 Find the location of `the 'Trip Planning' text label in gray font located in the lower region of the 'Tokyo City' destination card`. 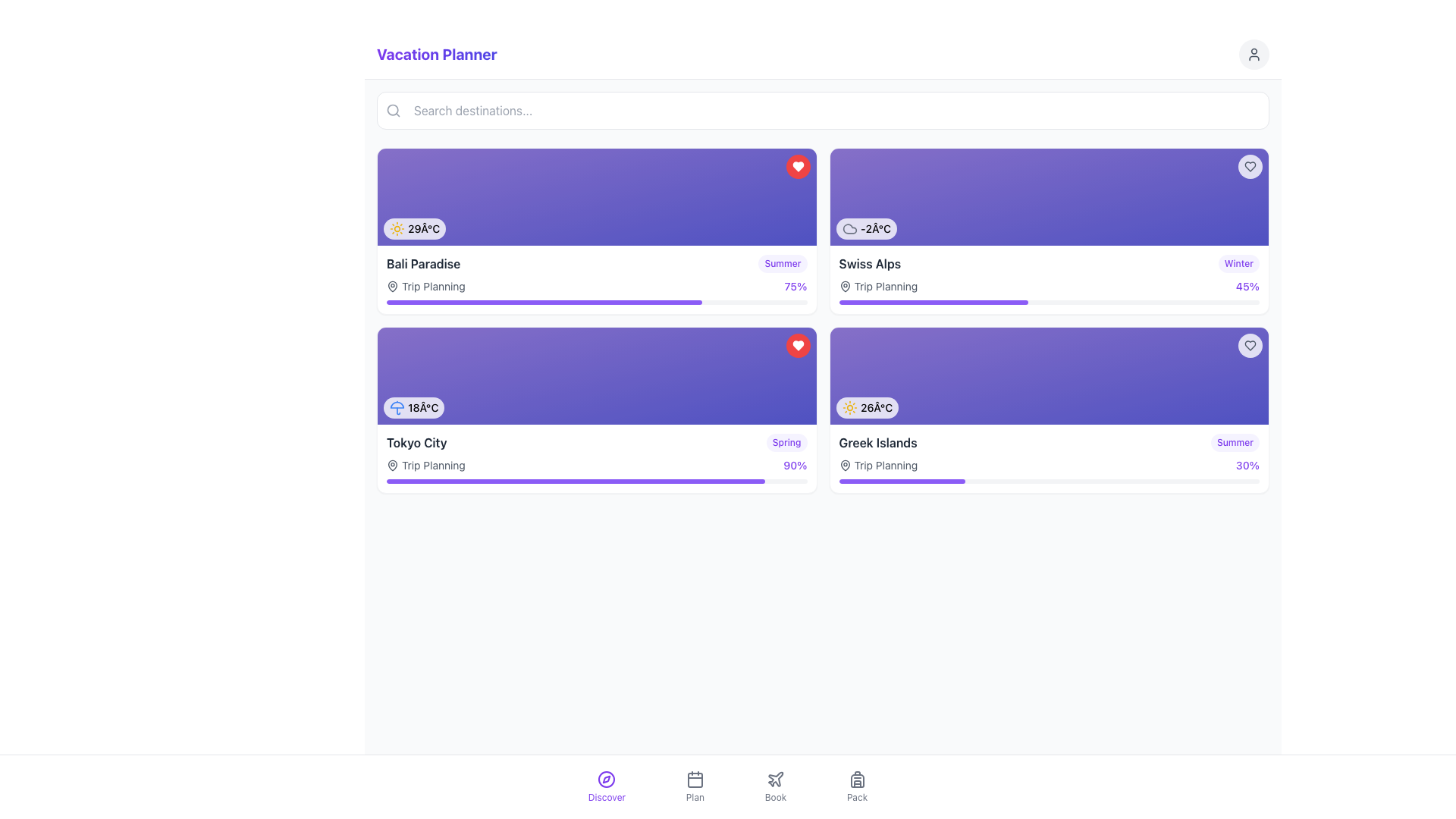

the 'Trip Planning' text label in gray font located in the lower region of the 'Tokyo City' destination card is located at coordinates (432, 464).